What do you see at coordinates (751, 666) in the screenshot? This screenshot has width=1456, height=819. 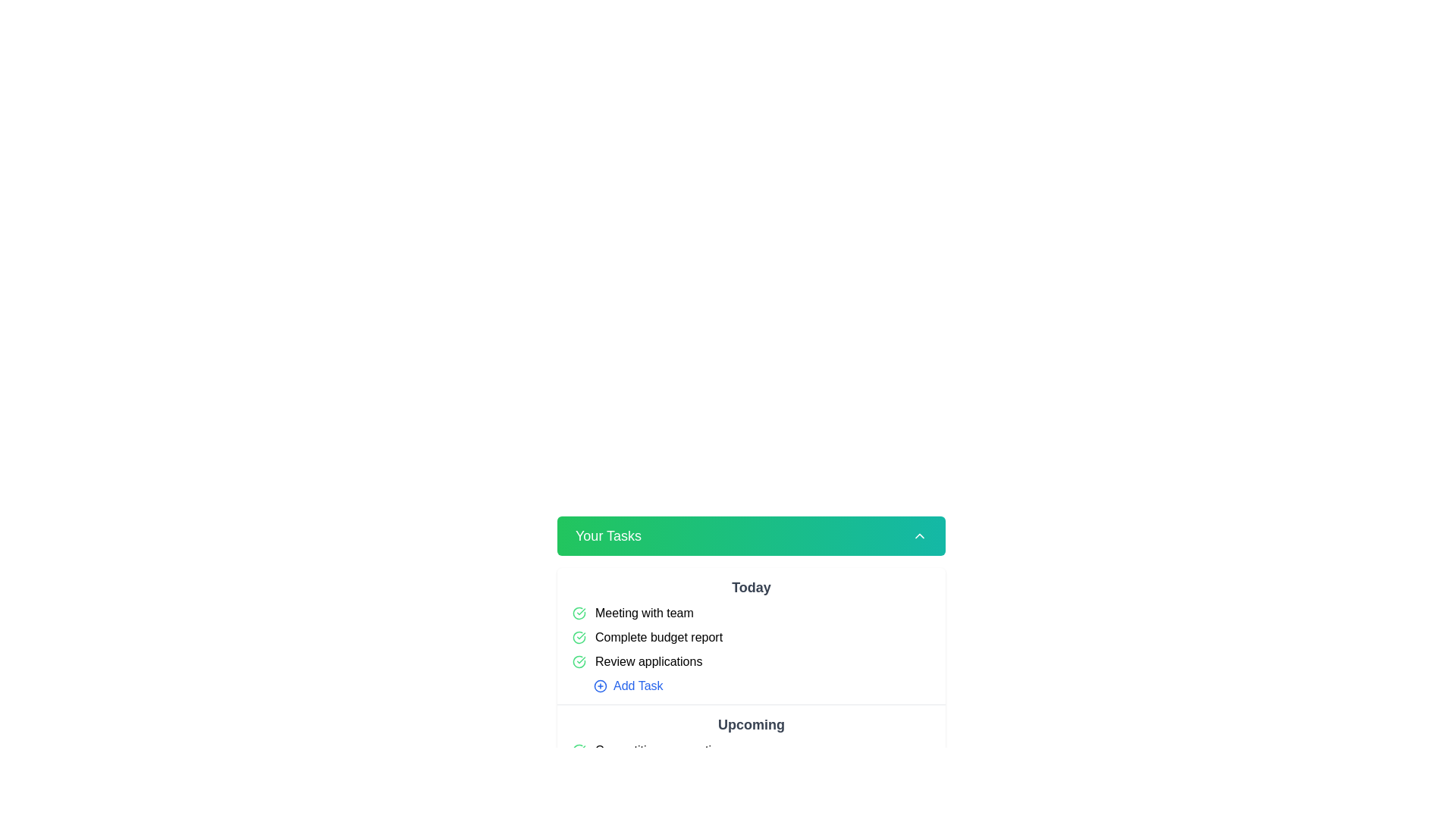 I see `individual task items in the section that displays task labels and headings, such as 'Today' and 'Upcoming', which includes tasks like 'Meeting with team' and 'Review applications'` at bounding box center [751, 666].